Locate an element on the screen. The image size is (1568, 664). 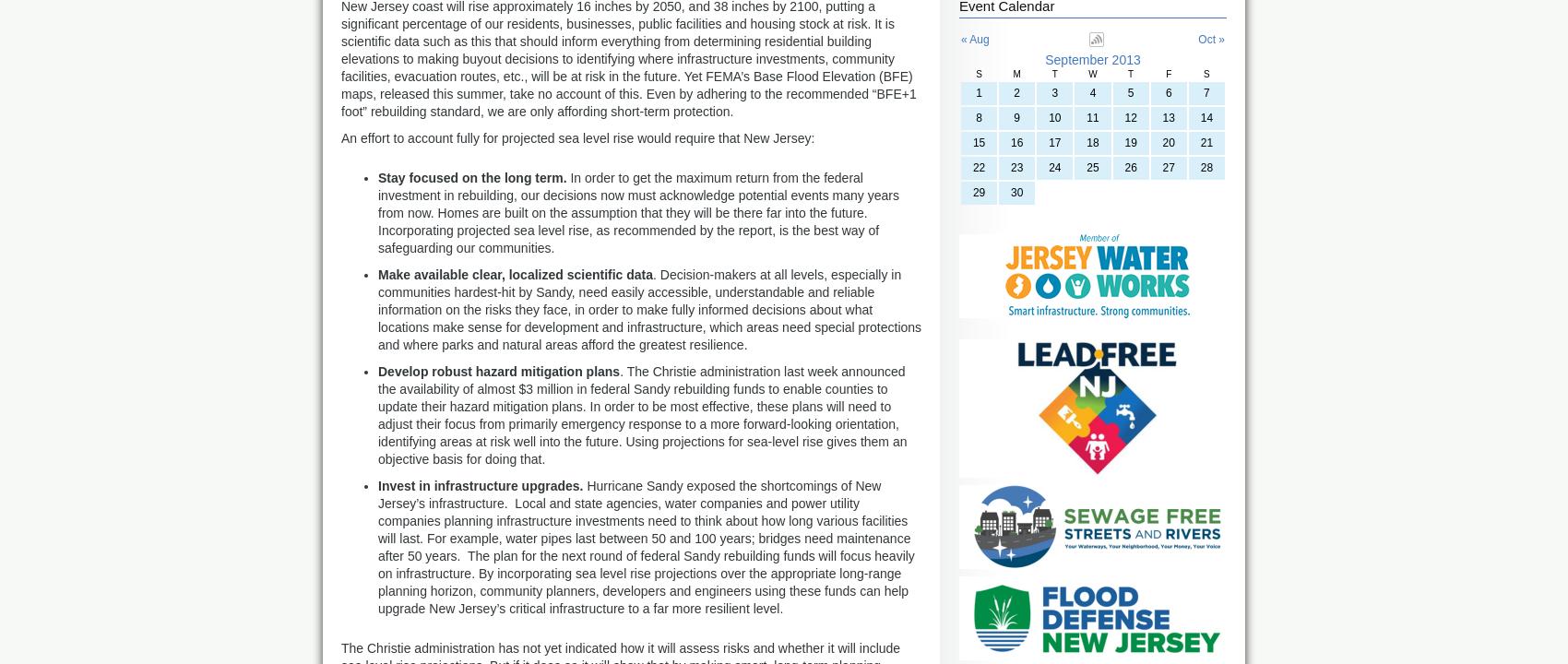
'24' is located at coordinates (1048, 168).